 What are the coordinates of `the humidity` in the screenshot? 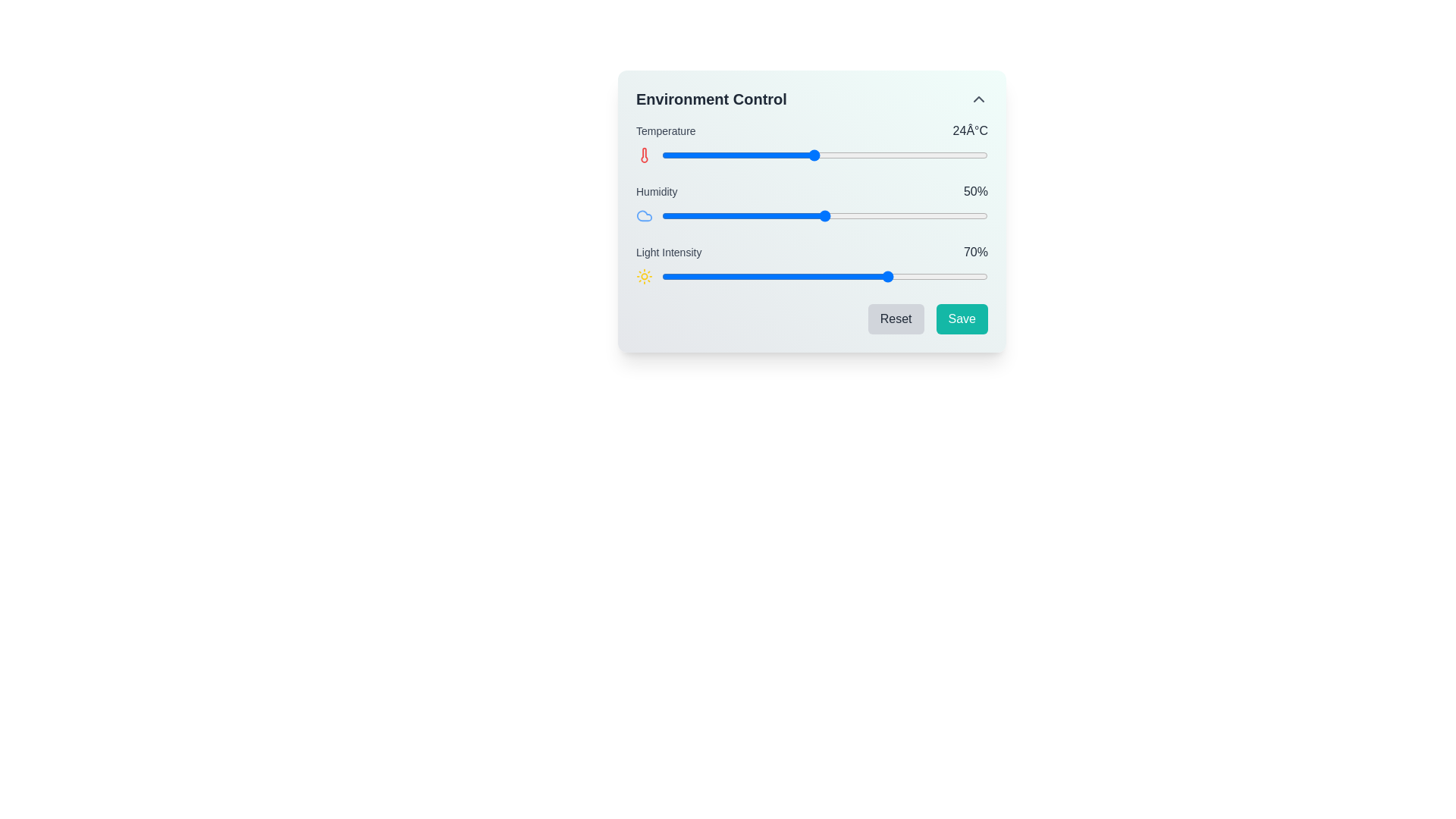 It's located at (694, 216).